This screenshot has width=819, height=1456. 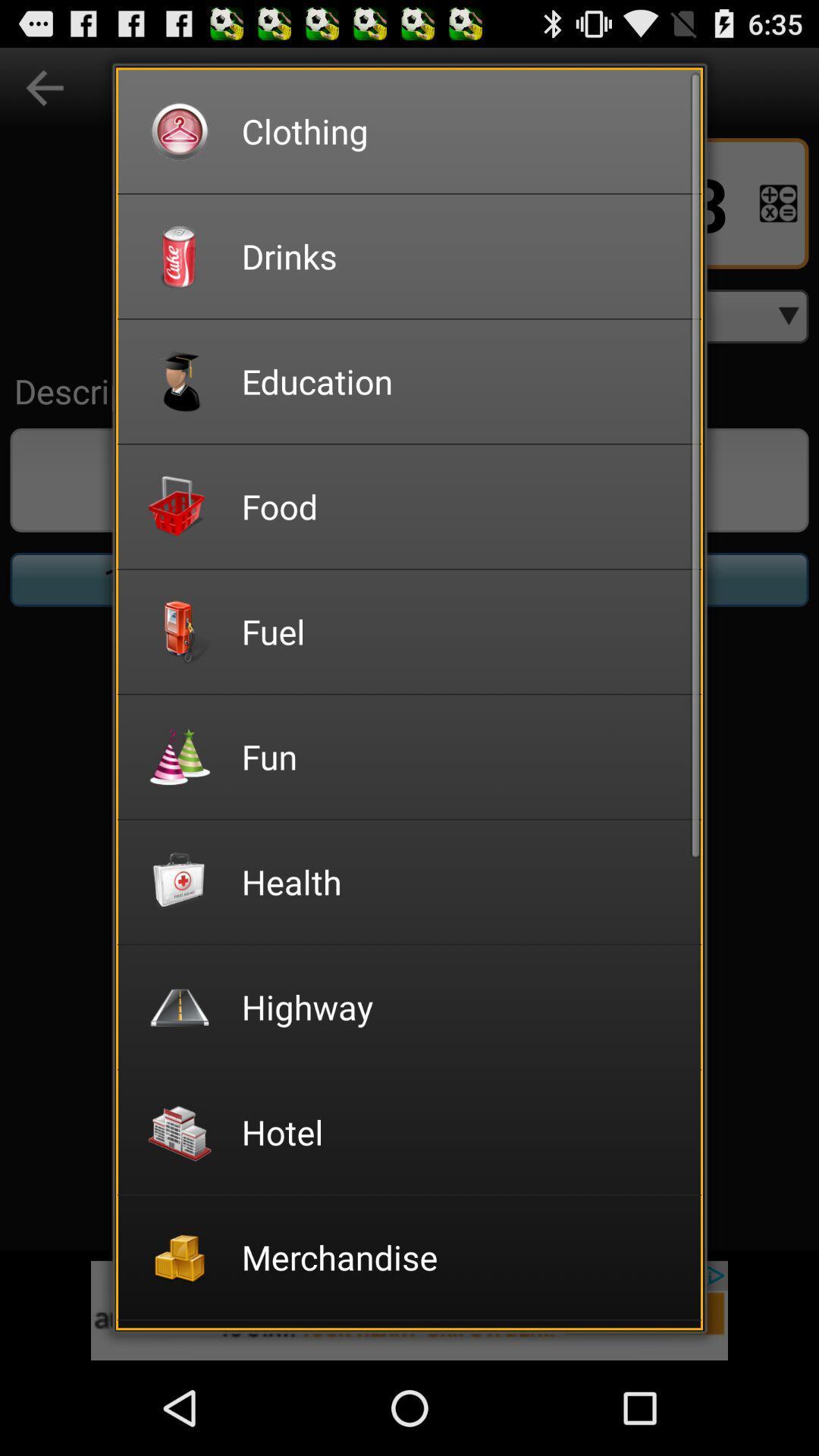 I want to click on the merchandise icon, so click(x=460, y=1257).